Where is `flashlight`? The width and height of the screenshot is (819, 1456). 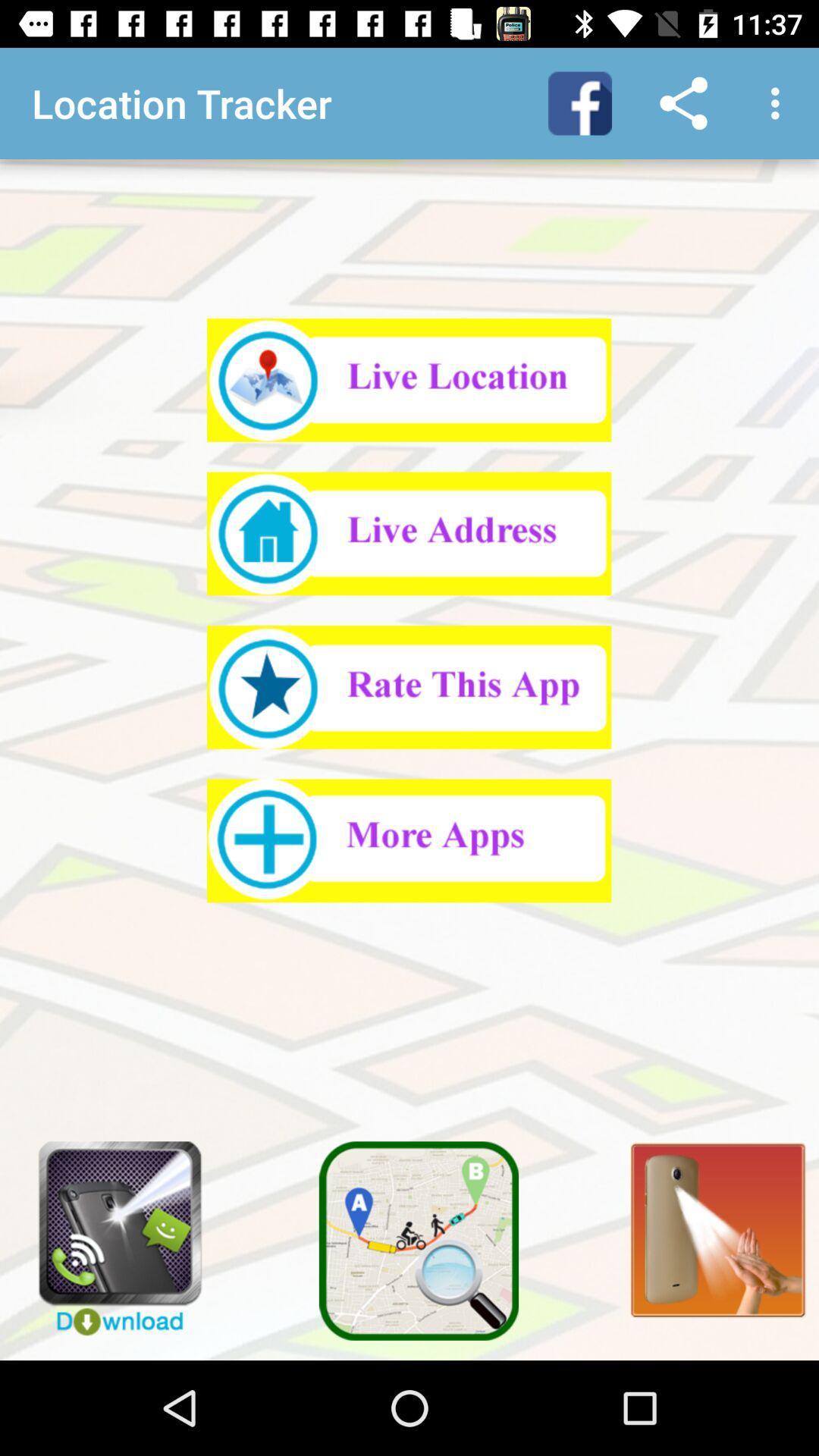
flashlight is located at coordinates (709, 1221).